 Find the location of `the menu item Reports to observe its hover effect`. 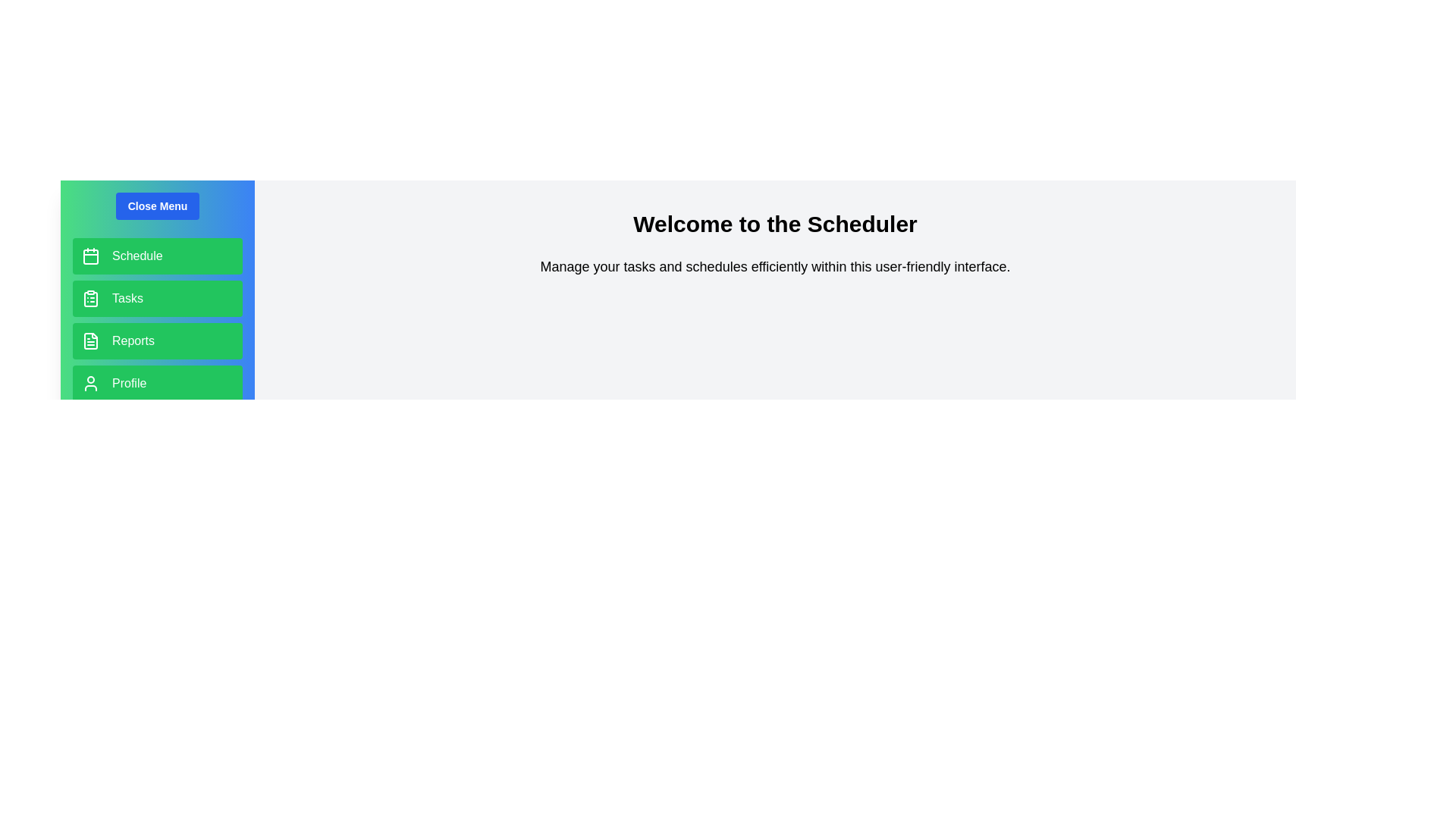

the menu item Reports to observe its hover effect is located at coordinates (157, 341).